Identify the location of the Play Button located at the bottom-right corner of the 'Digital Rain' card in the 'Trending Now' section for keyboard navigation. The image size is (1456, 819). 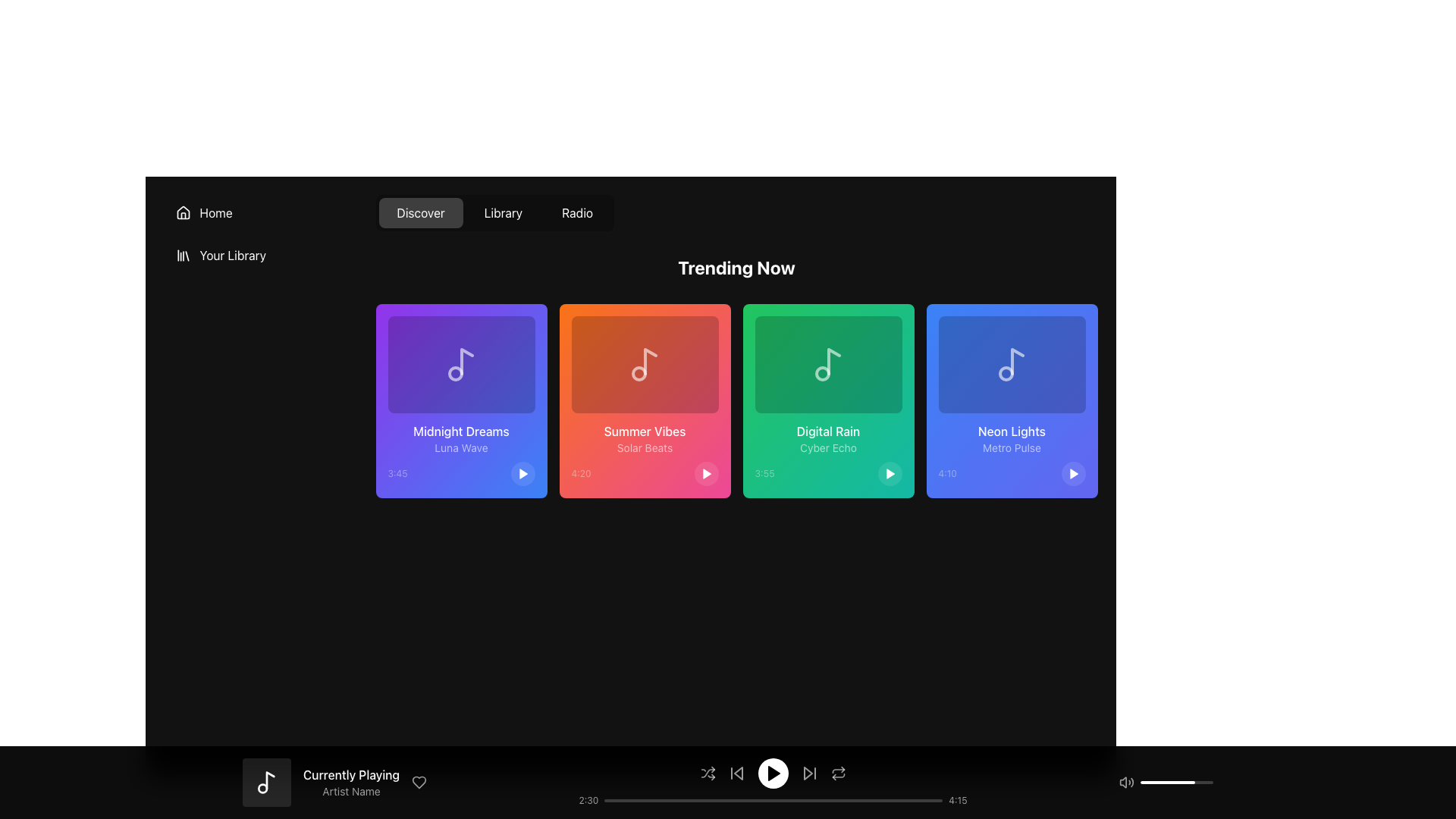
(890, 472).